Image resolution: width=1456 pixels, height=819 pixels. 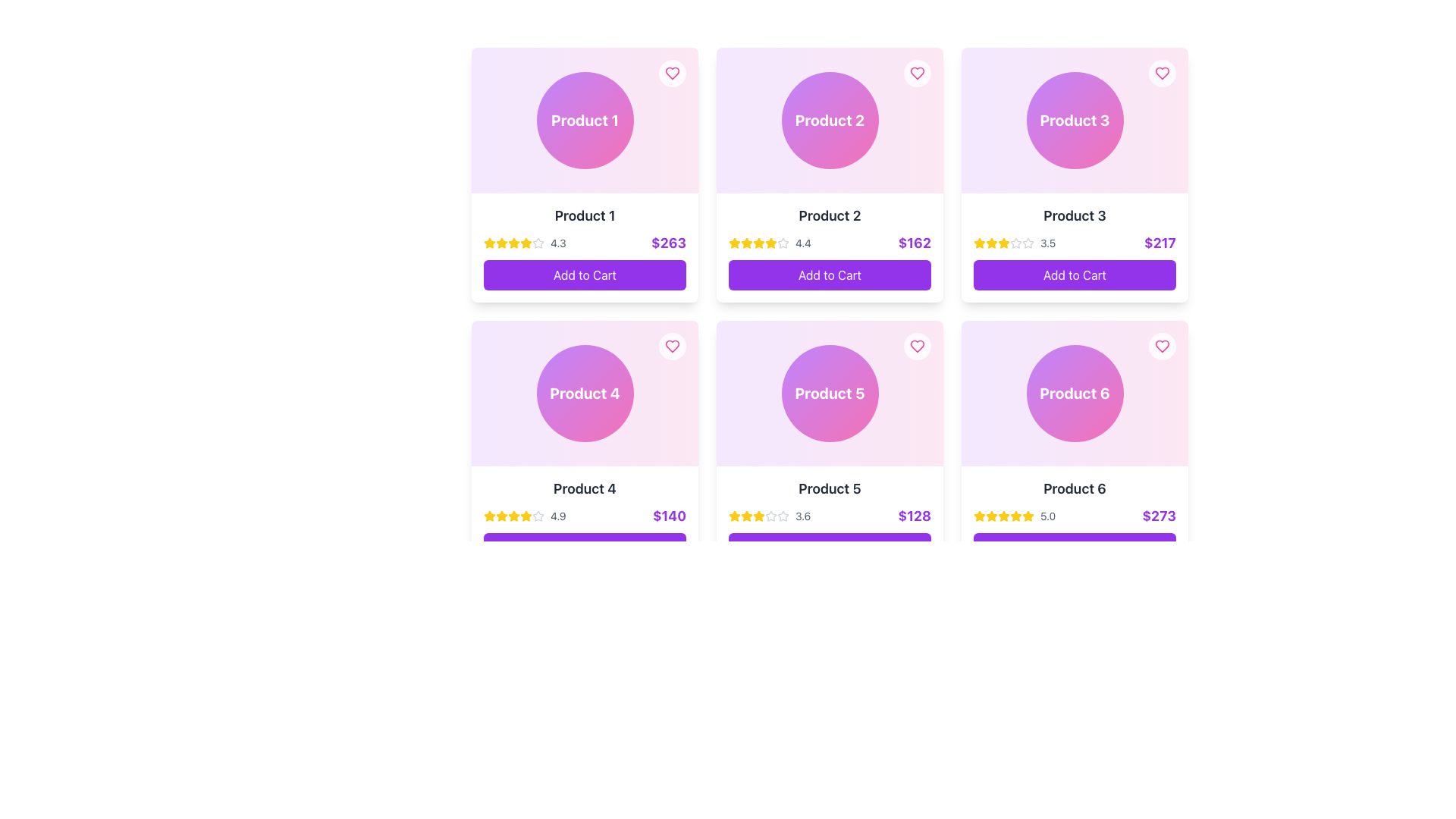 I want to click on the static text label that serves as the title or identifier for the product, located in the second card of the top row, below the product image and above the pricing and rating section, so click(x=829, y=216).